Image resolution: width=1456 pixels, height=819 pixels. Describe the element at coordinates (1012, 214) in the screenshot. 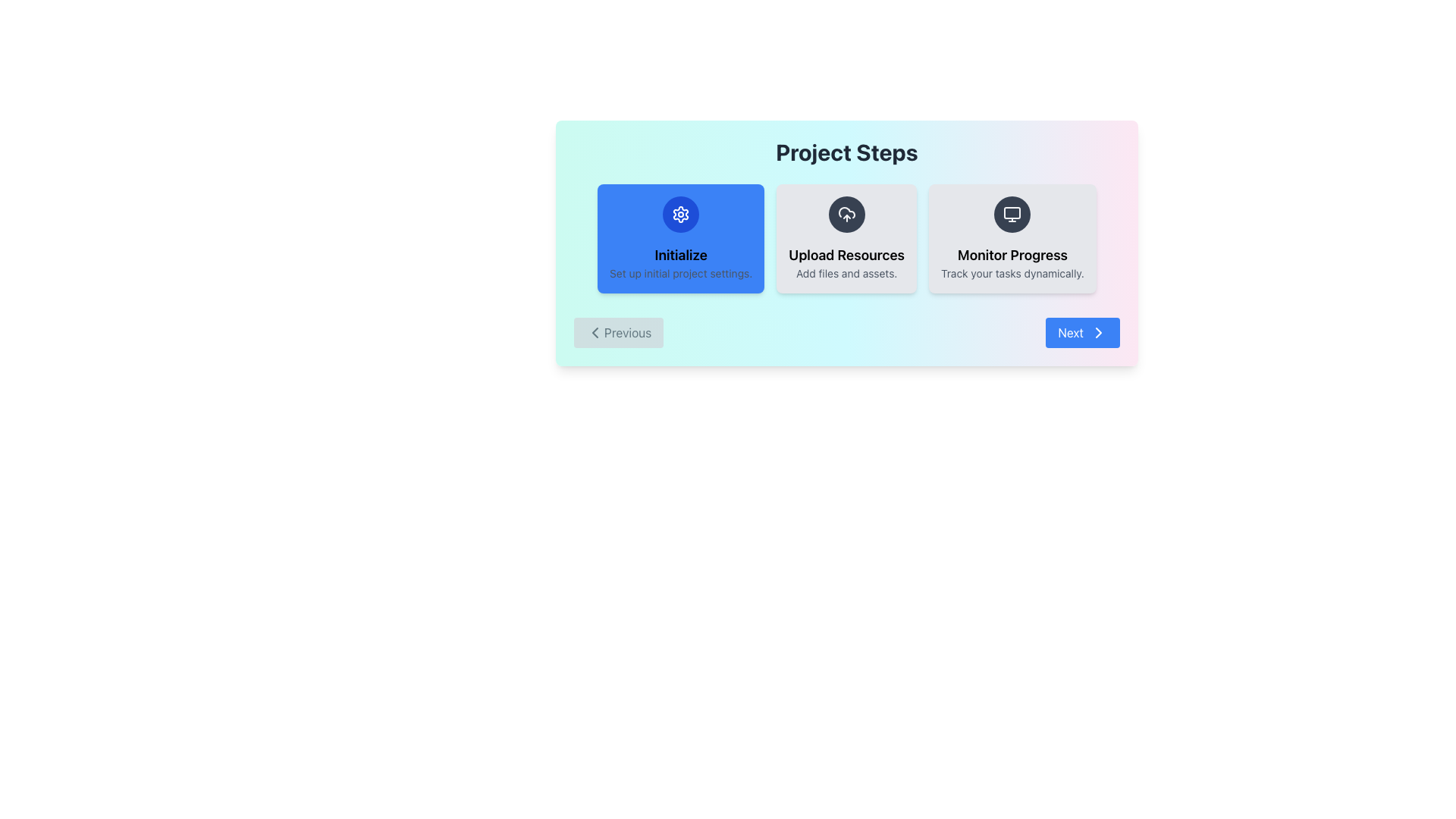

I see `the computer monitor SVG icon located in the third card under the 'Monitor Progress' text, which is centered within a dark gray circular background` at that location.